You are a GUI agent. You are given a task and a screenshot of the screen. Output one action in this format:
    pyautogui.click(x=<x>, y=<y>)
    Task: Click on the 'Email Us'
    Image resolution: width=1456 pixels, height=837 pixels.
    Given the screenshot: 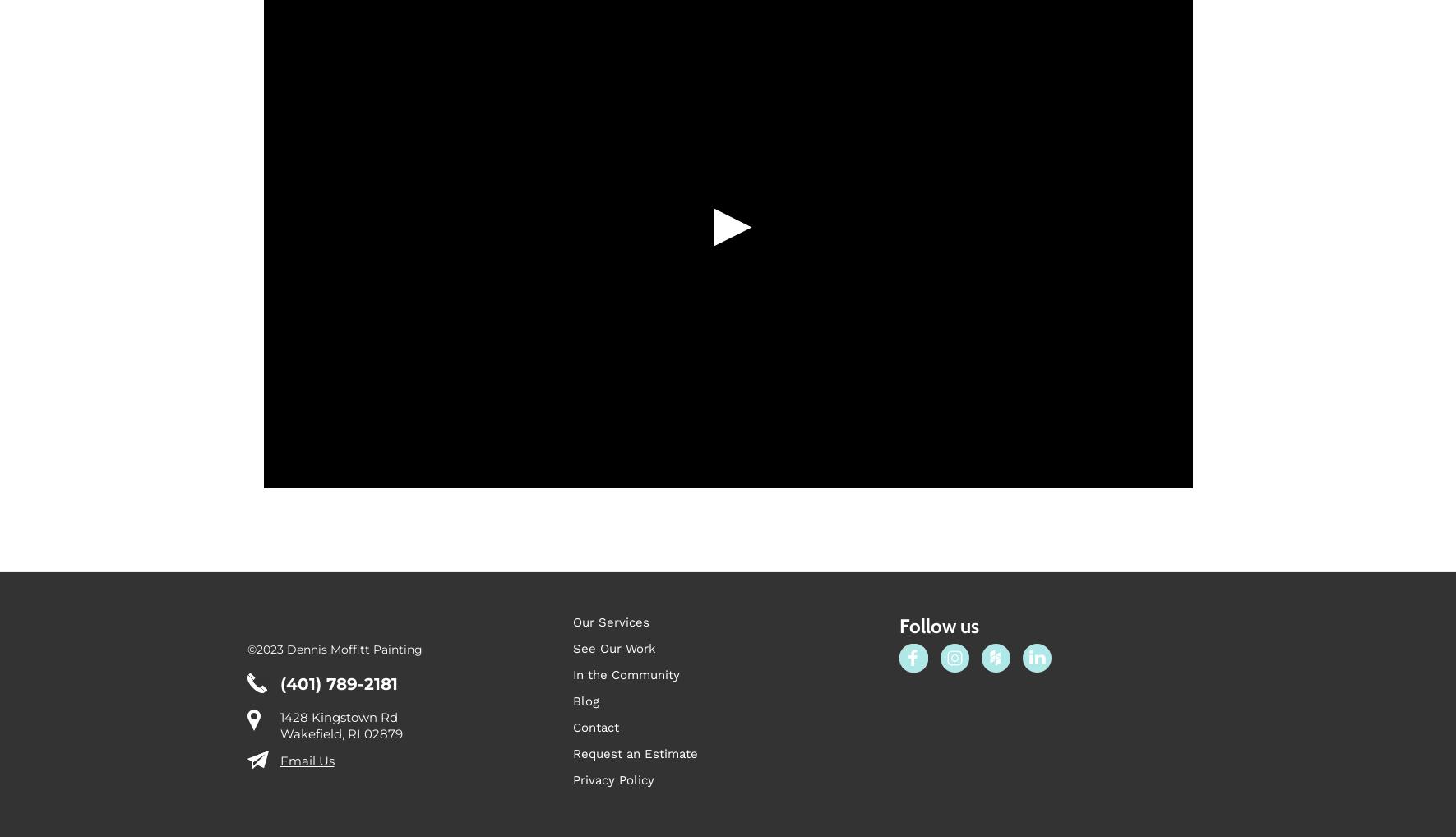 What is the action you would take?
    pyautogui.click(x=279, y=802)
    